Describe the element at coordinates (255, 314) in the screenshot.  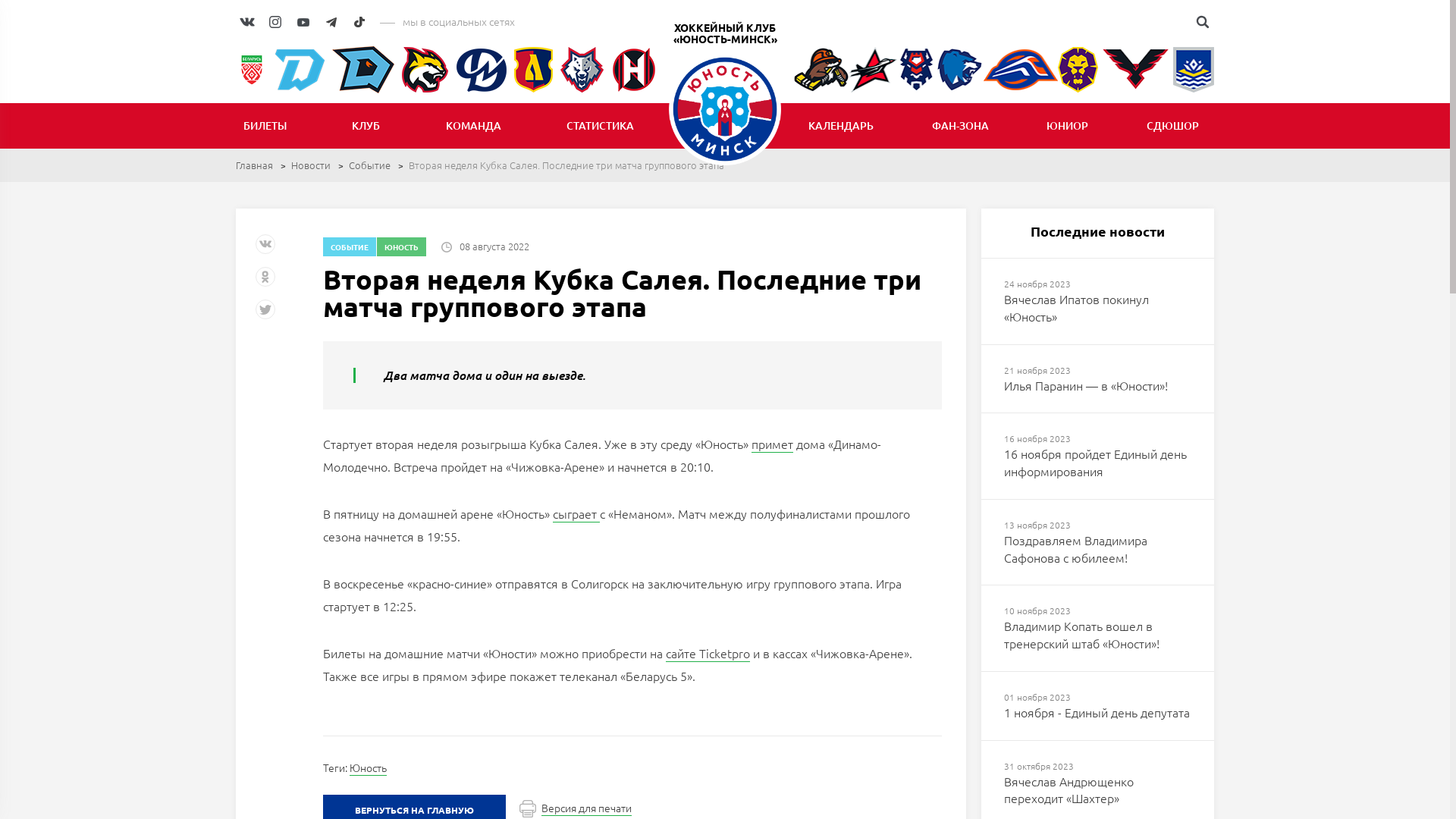
I see `'Twitter'` at that location.